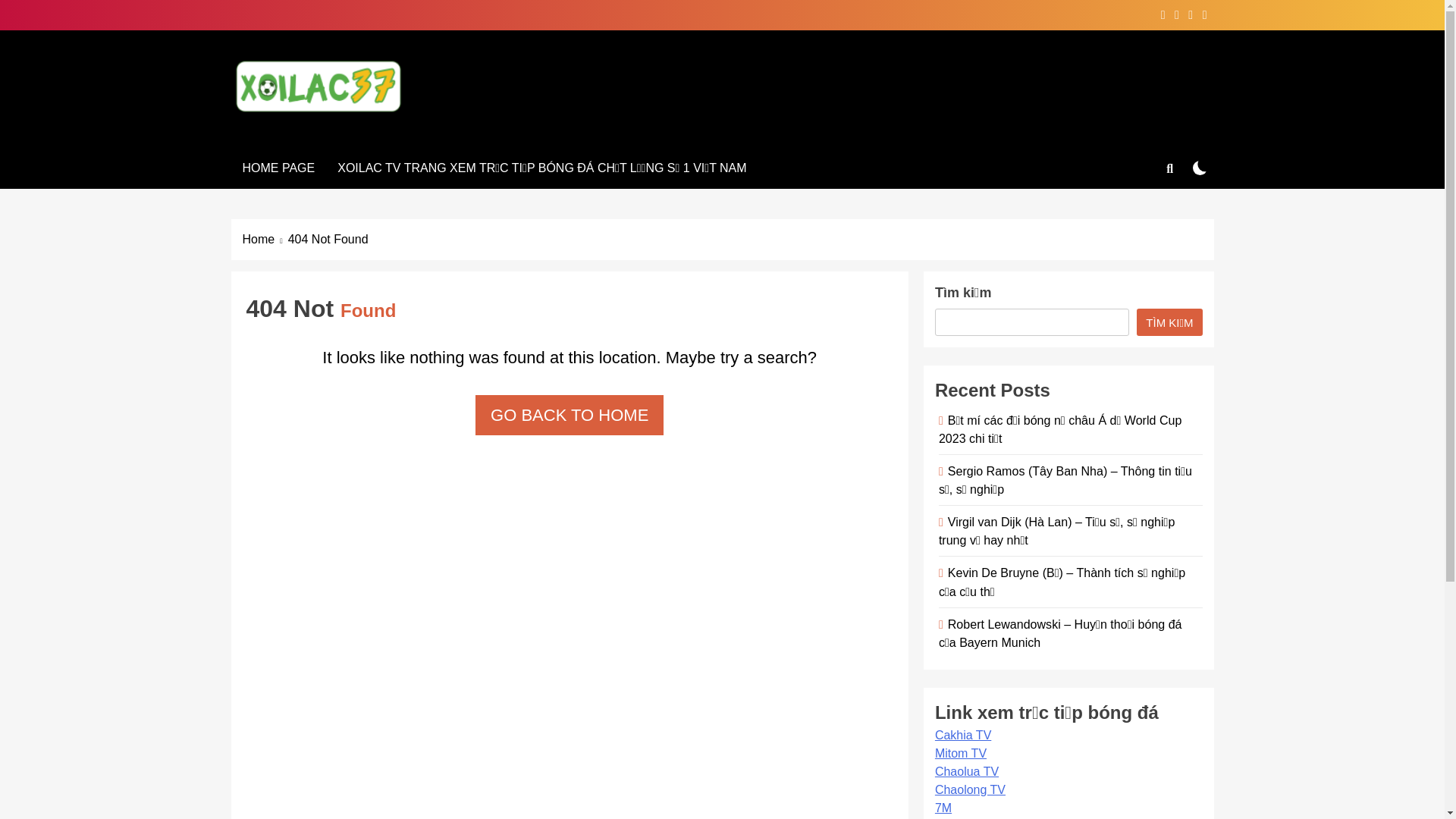 This screenshot has height=819, width=1456. I want to click on 'GO BACK TO HOME', so click(568, 415).